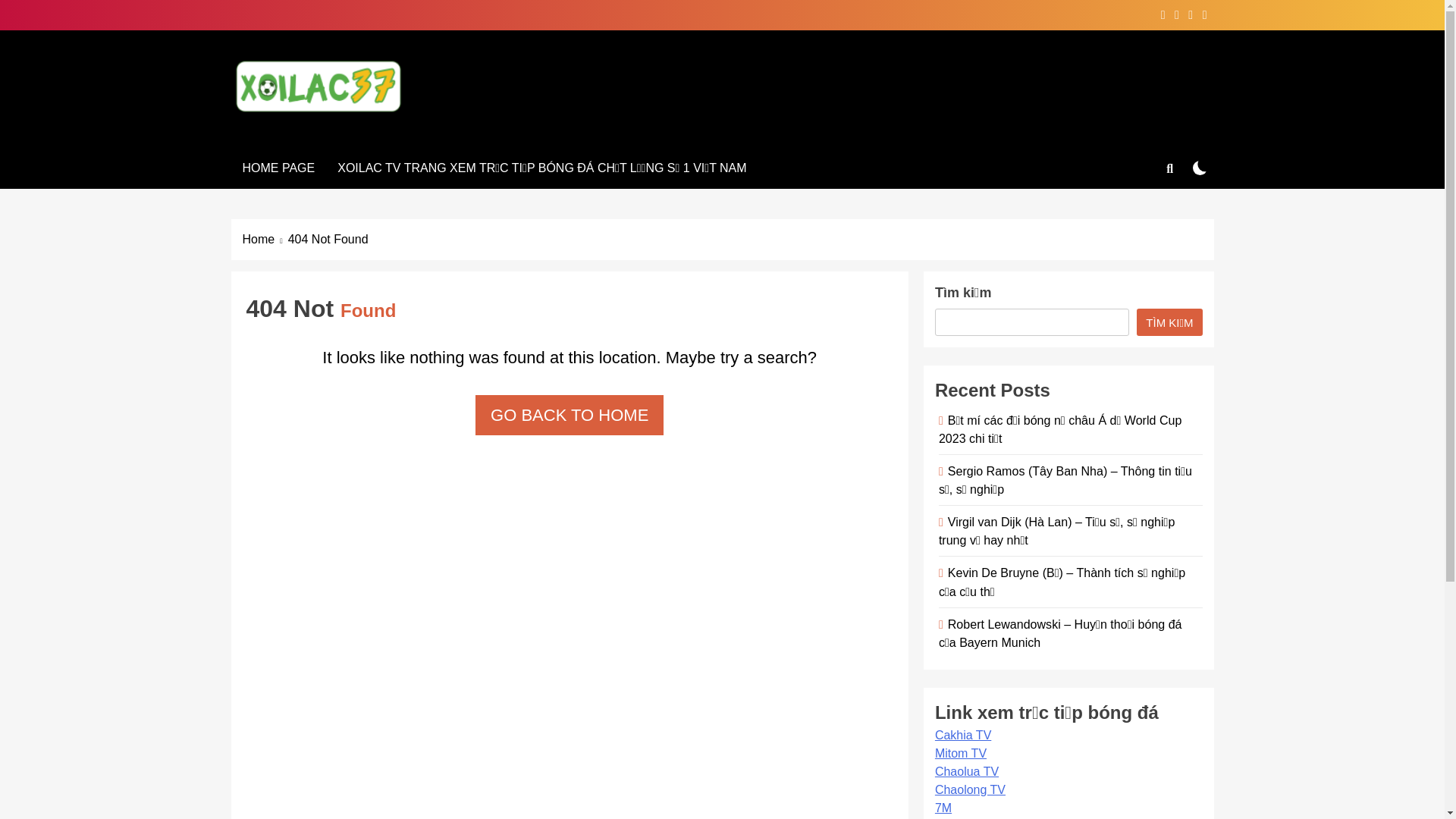 This screenshot has height=819, width=1456. I want to click on 'GO BACK TO HOME', so click(568, 415).